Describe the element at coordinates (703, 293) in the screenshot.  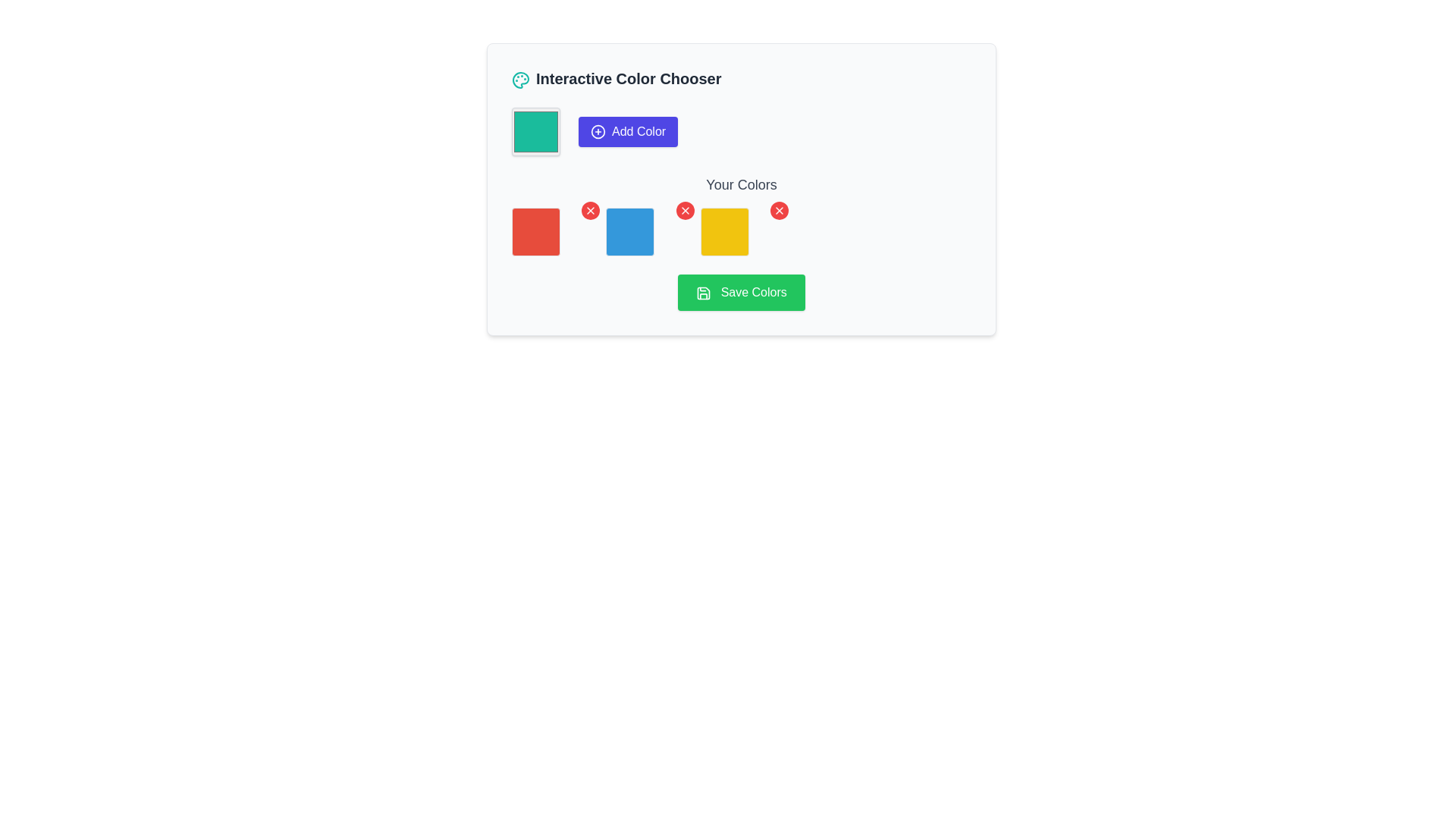
I see `the save icon located to the left of the 'Save Colors' text within the green button` at that location.